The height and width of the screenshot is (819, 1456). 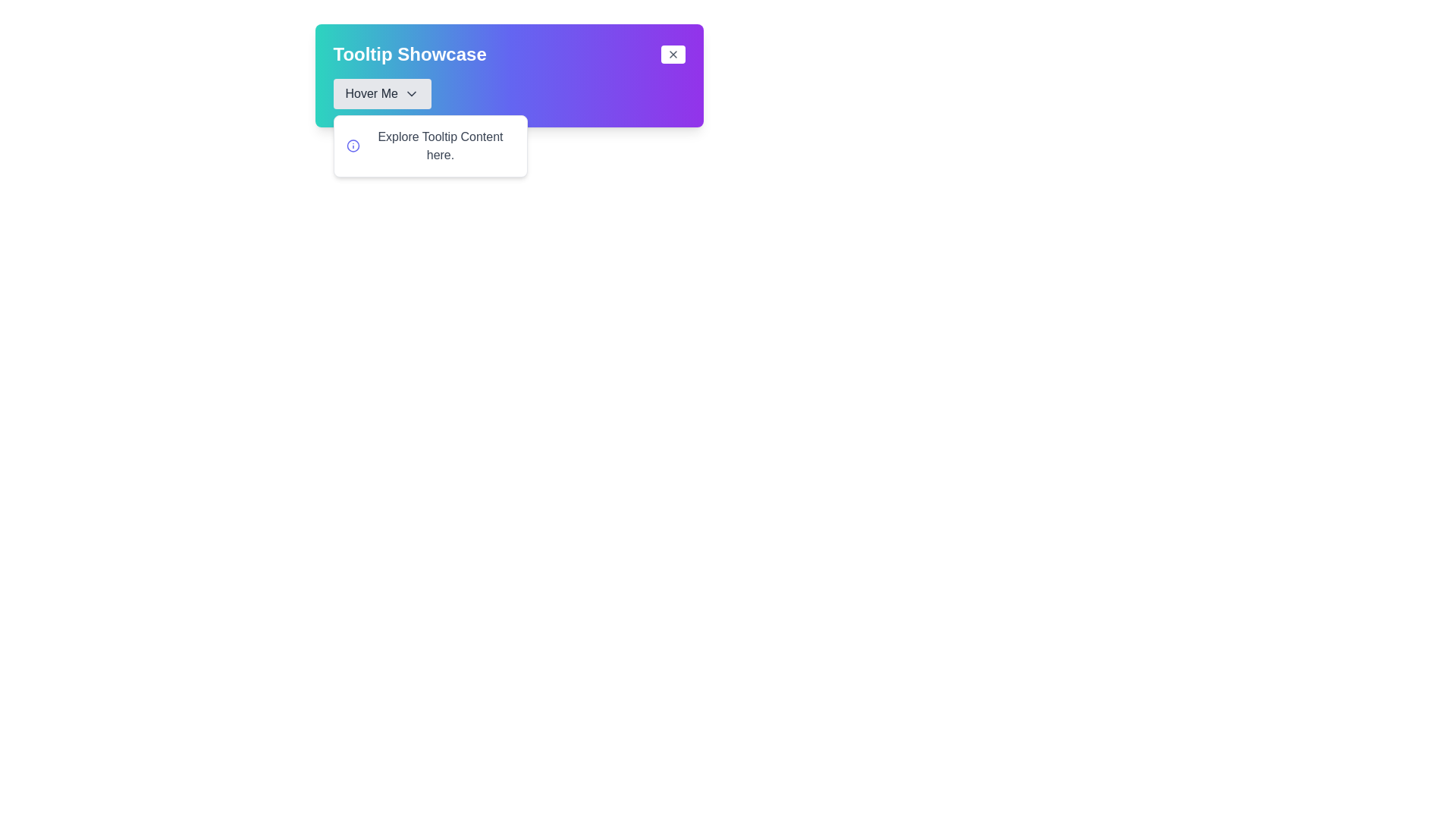 What do you see at coordinates (409, 54) in the screenshot?
I see `the Text Label at the top-left section of the interface, which indicates the theme or subject of the interface` at bounding box center [409, 54].